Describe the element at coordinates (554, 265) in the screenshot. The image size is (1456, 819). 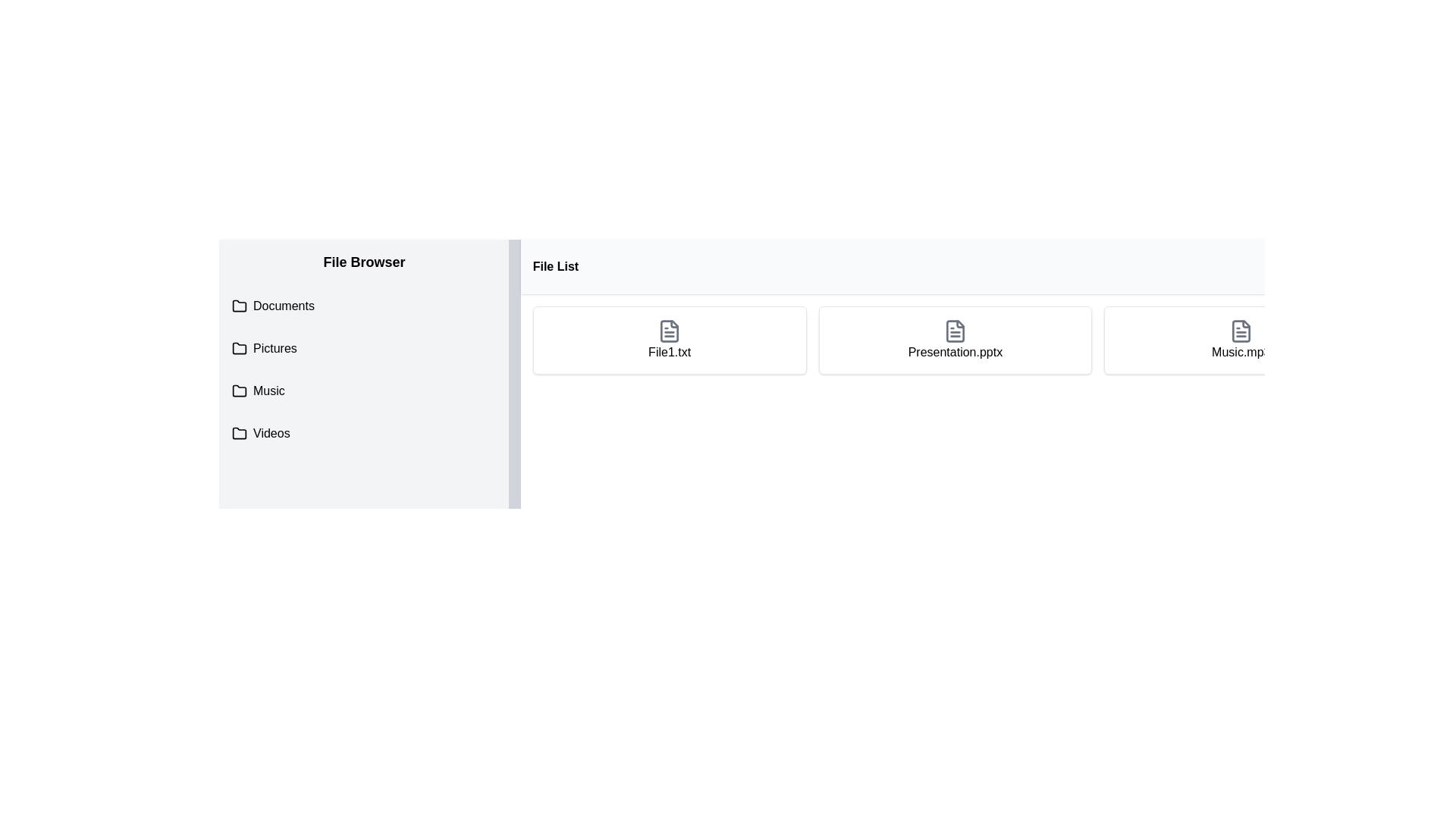
I see `the text label that serves as a heading for the section indicating the contents below pertain to a list of files, positioned in the top-left section of a light gray header bar, to the left of the 'New File' button` at that location.